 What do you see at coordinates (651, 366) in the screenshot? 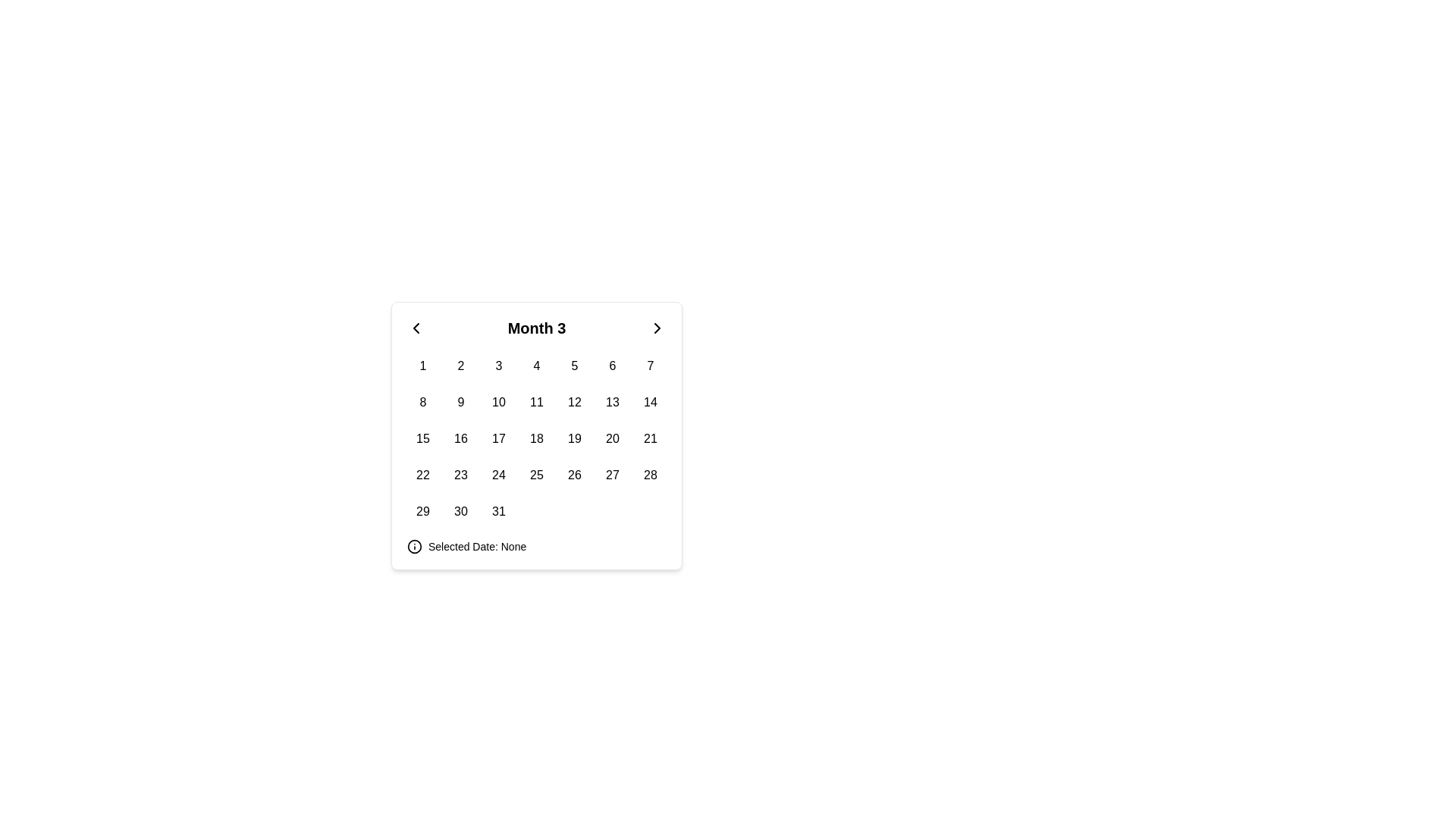
I see `the button labeled '7' in the date picker` at bounding box center [651, 366].